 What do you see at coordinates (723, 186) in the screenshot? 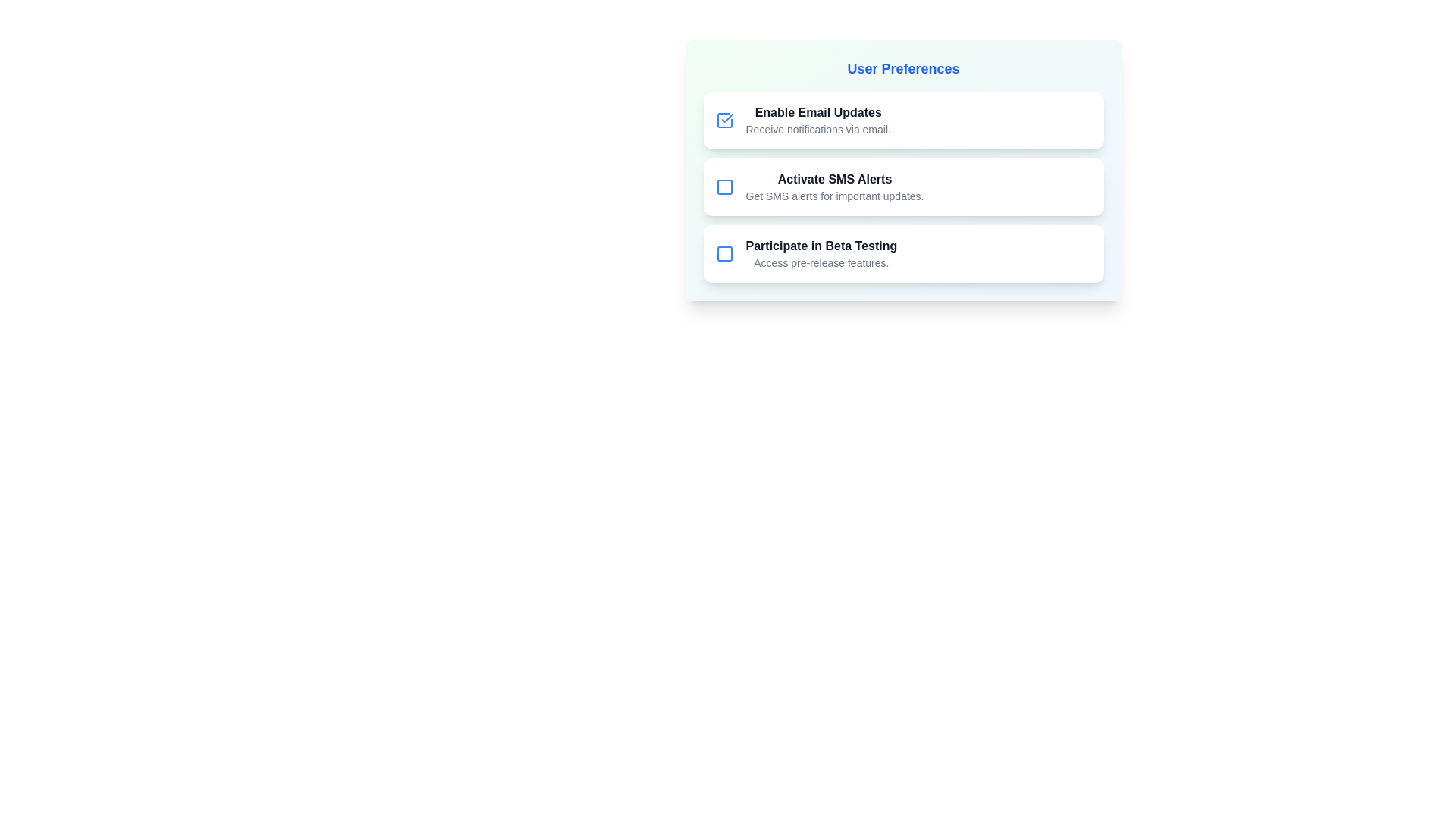
I see `the minimalistic blue outlined square-shaped icon located to the left of the 'Activate SMS Alerts' text in the second card of the vertical list` at bounding box center [723, 186].